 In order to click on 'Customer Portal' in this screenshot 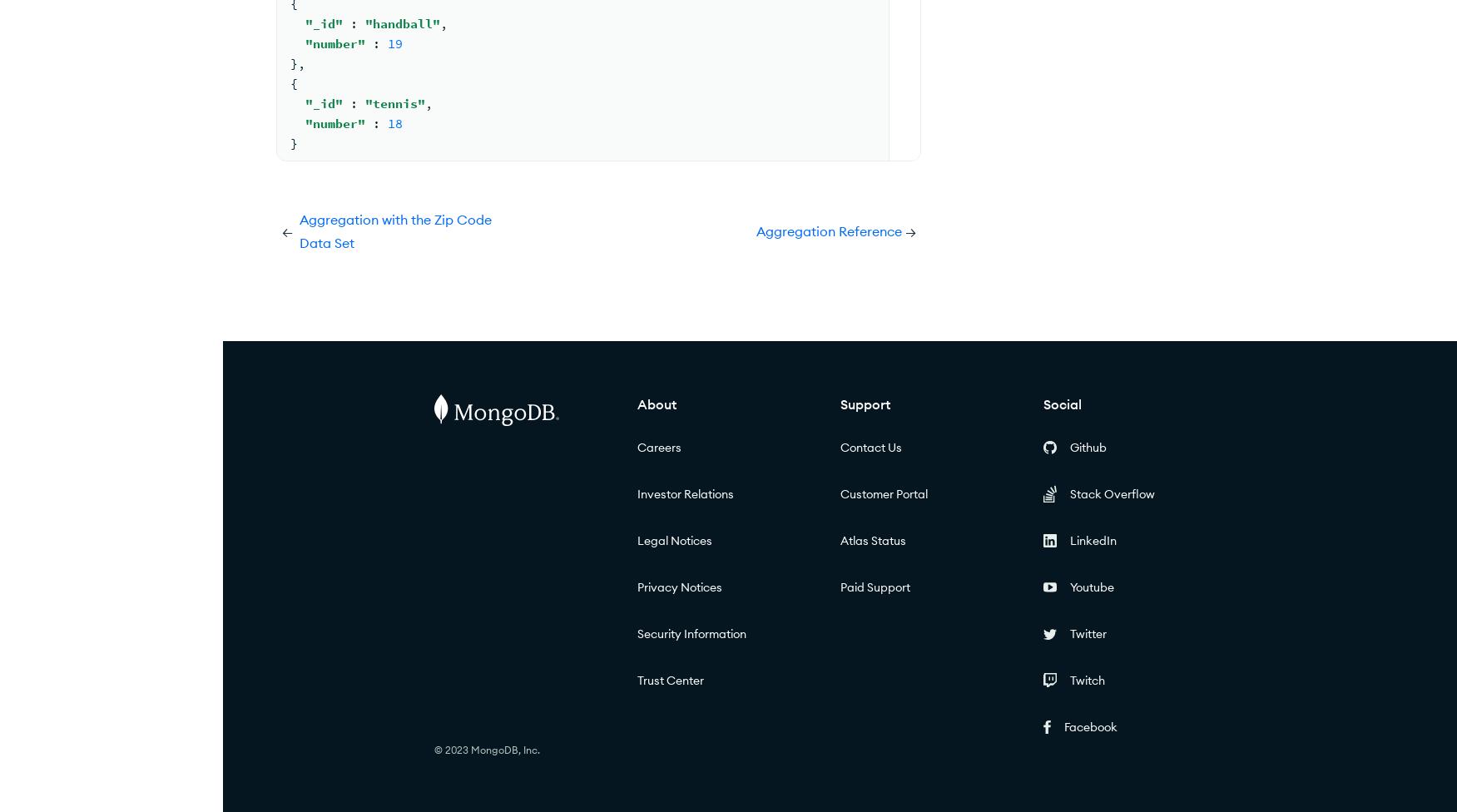, I will do `click(882, 493)`.